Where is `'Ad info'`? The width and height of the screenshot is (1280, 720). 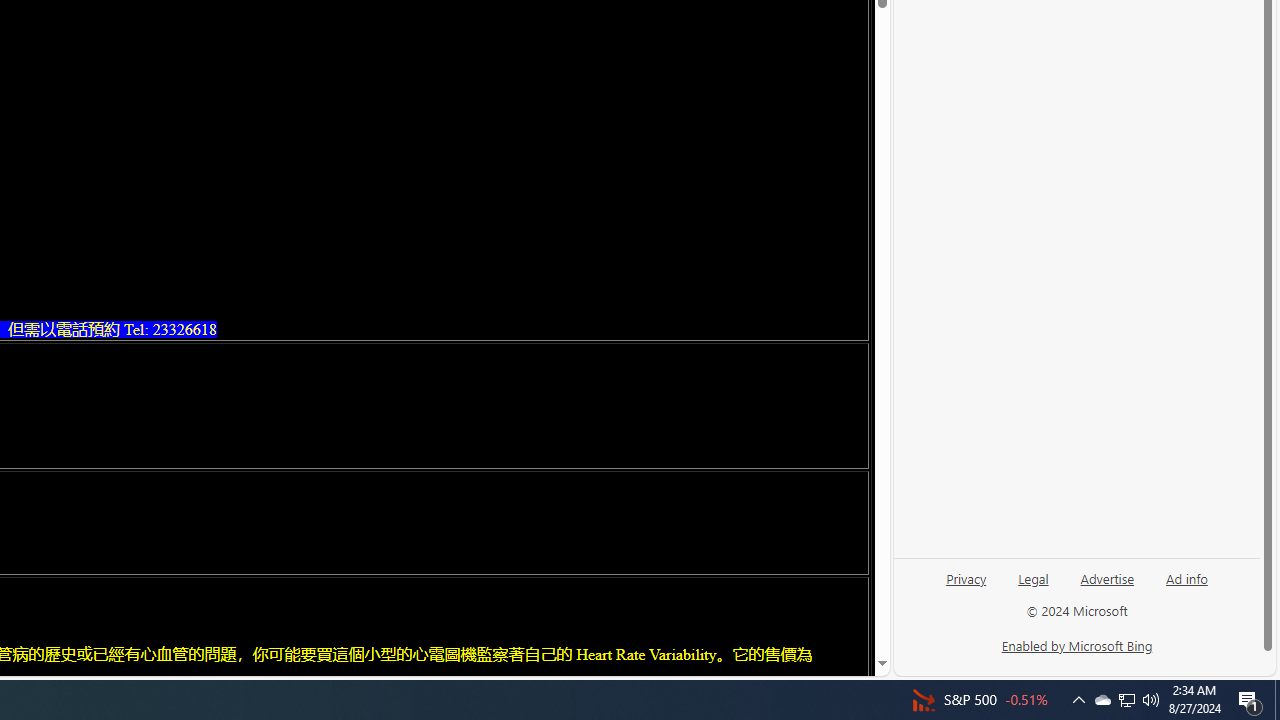
'Ad info' is located at coordinates (1187, 577).